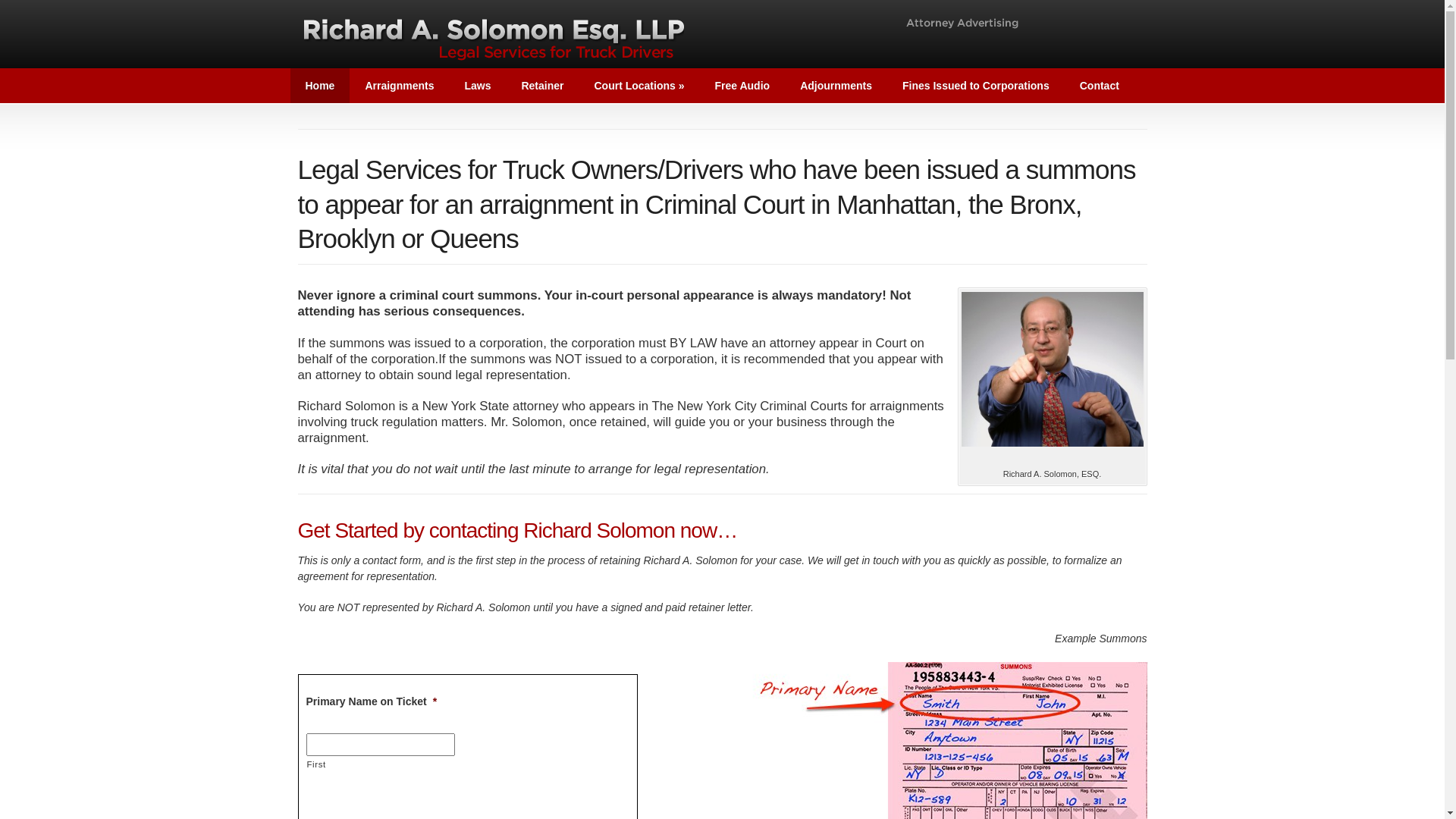  What do you see at coordinates (476, 85) in the screenshot?
I see `'Laws'` at bounding box center [476, 85].